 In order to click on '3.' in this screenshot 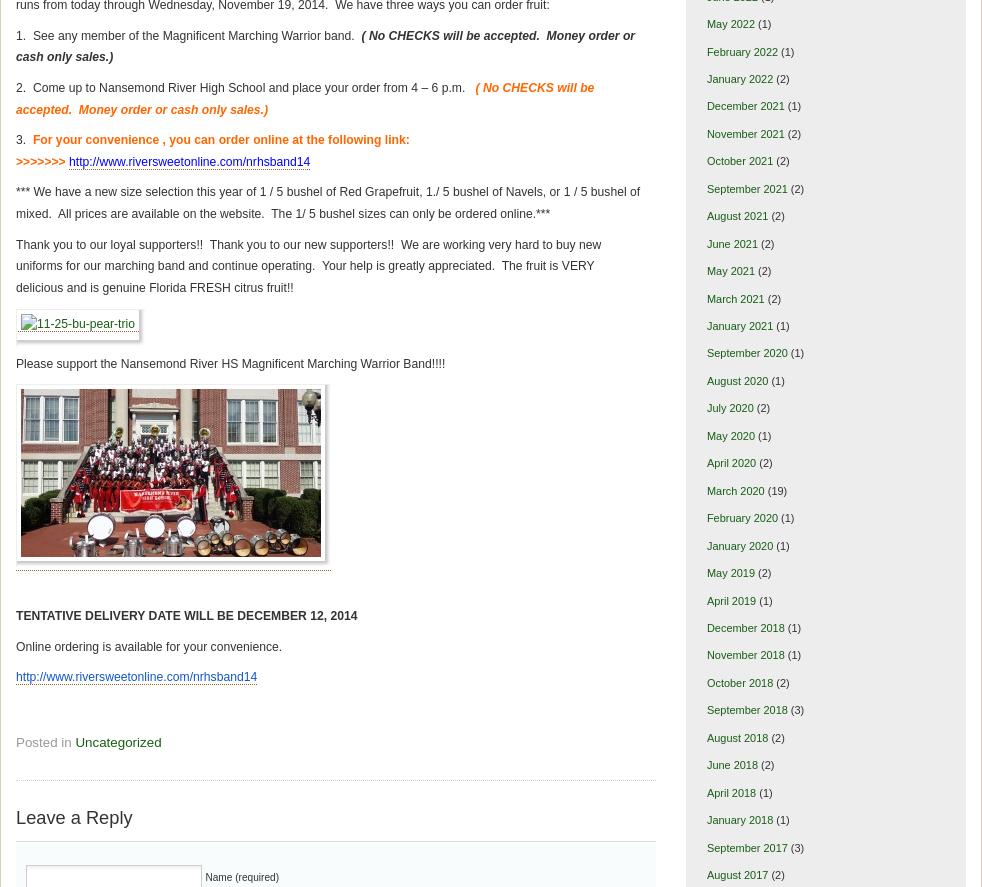, I will do `click(22, 139)`.